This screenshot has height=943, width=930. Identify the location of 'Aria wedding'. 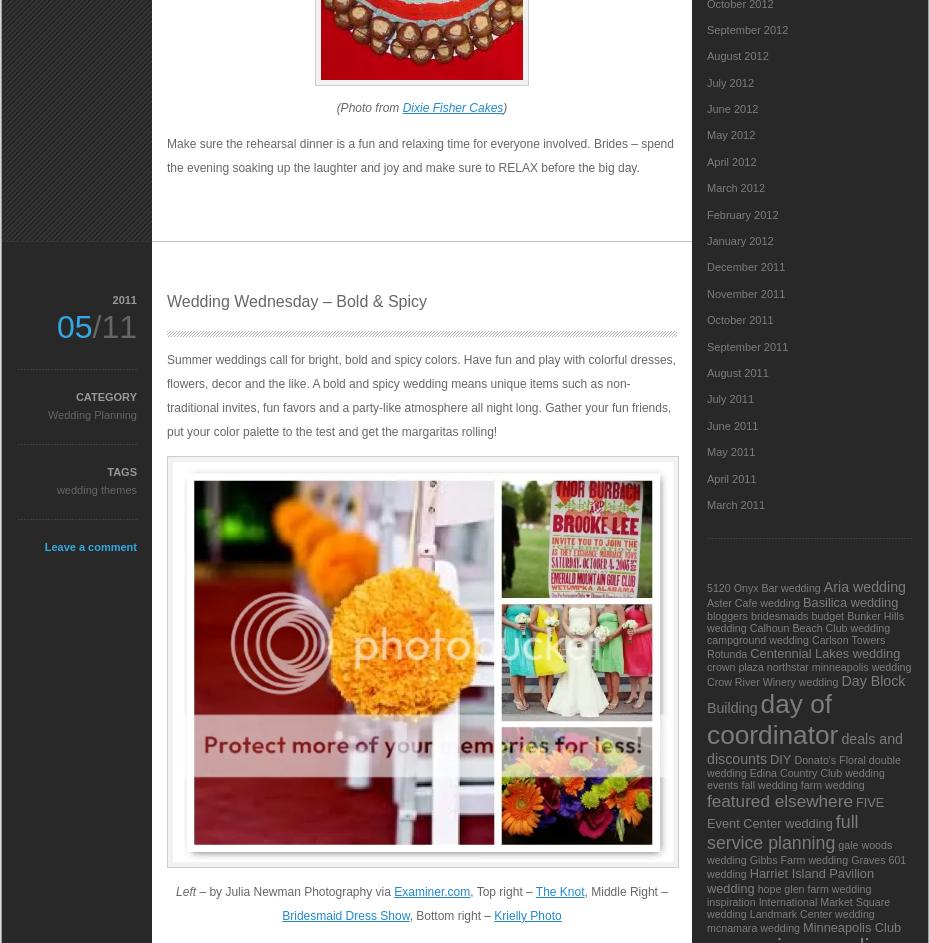
(863, 586).